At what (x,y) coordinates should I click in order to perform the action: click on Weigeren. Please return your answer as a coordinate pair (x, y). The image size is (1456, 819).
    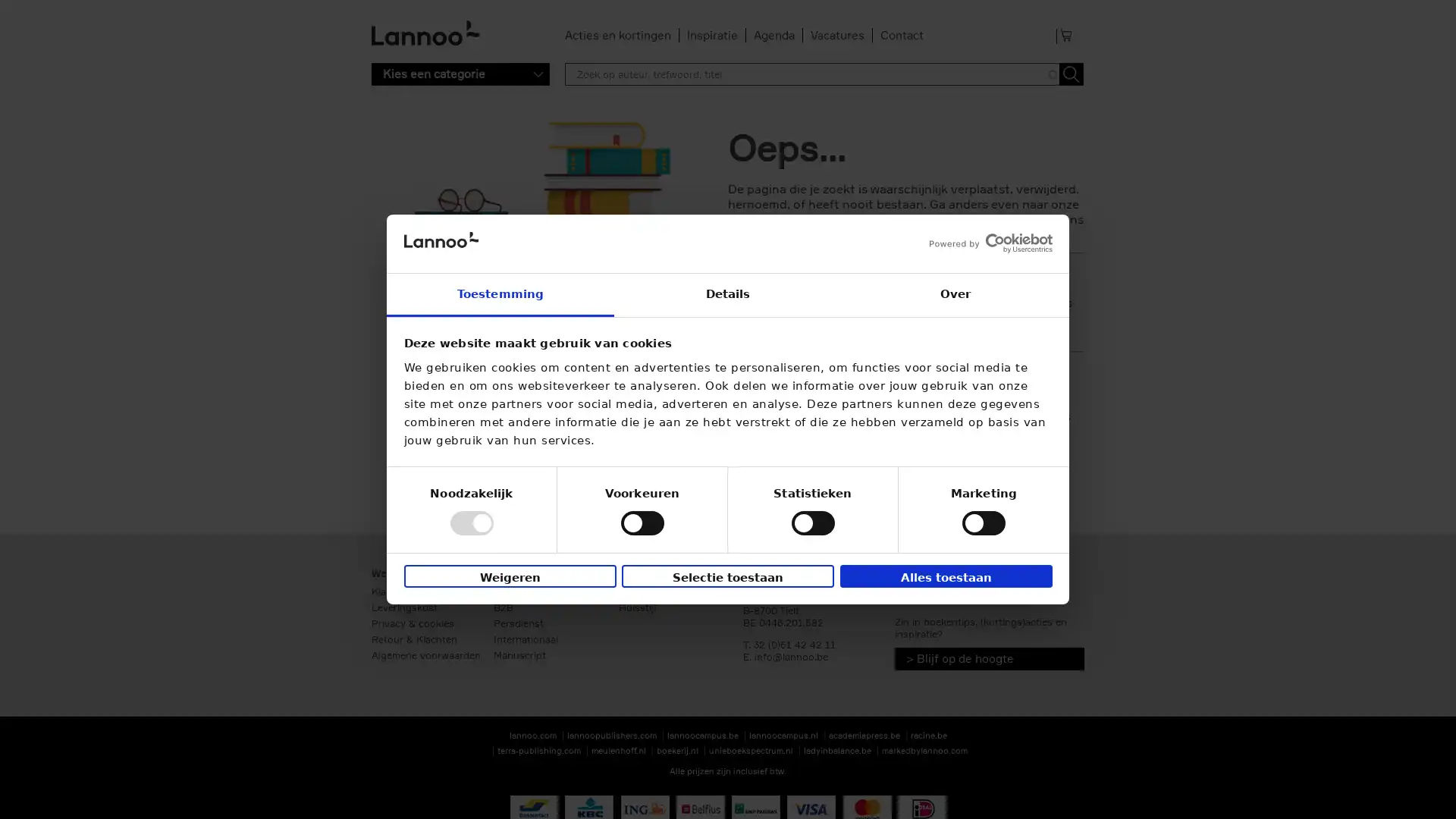
    Looking at the image, I should click on (510, 576).